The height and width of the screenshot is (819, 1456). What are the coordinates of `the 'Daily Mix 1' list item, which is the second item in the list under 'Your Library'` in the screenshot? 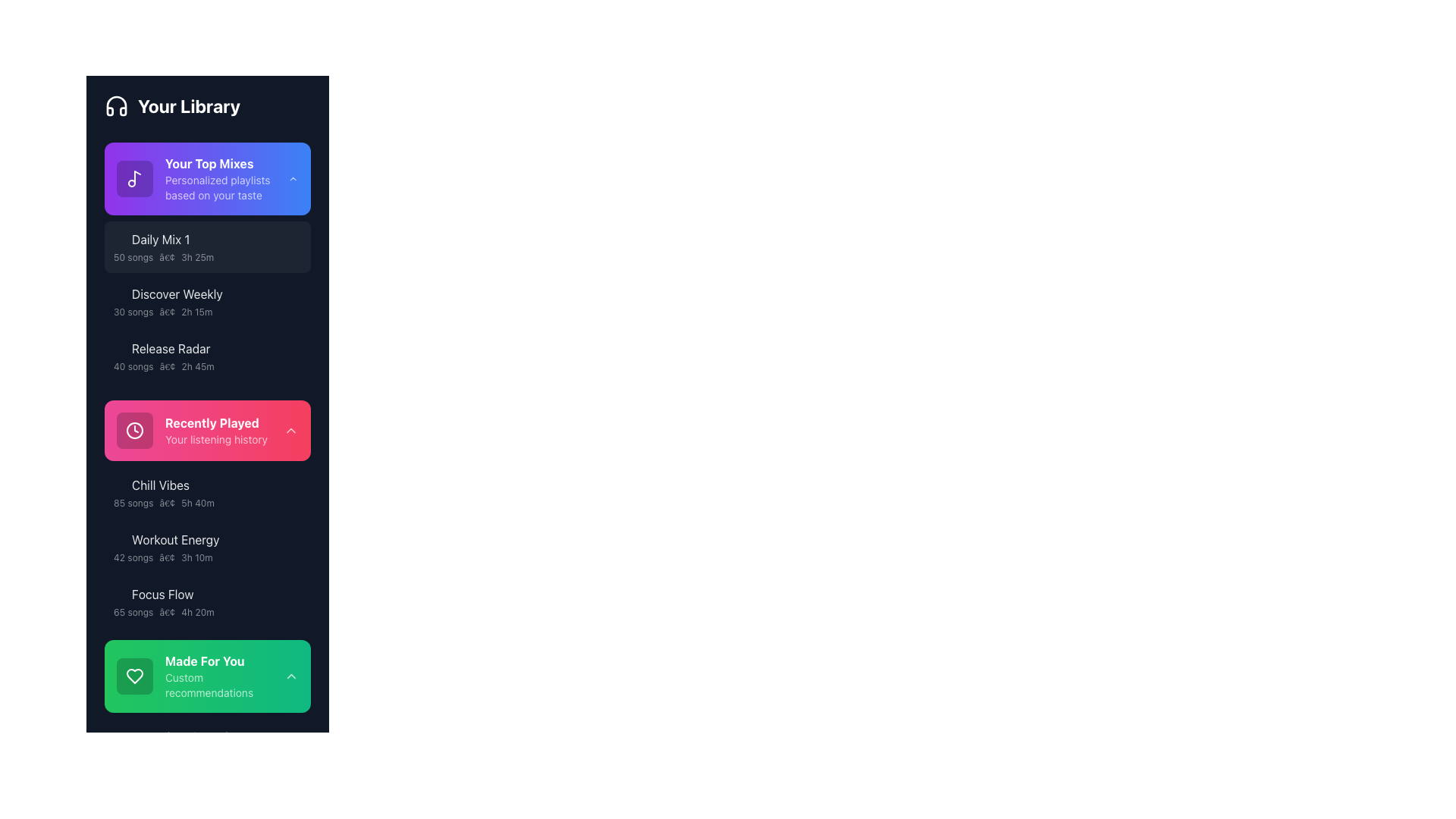 It's located at (199, 246).